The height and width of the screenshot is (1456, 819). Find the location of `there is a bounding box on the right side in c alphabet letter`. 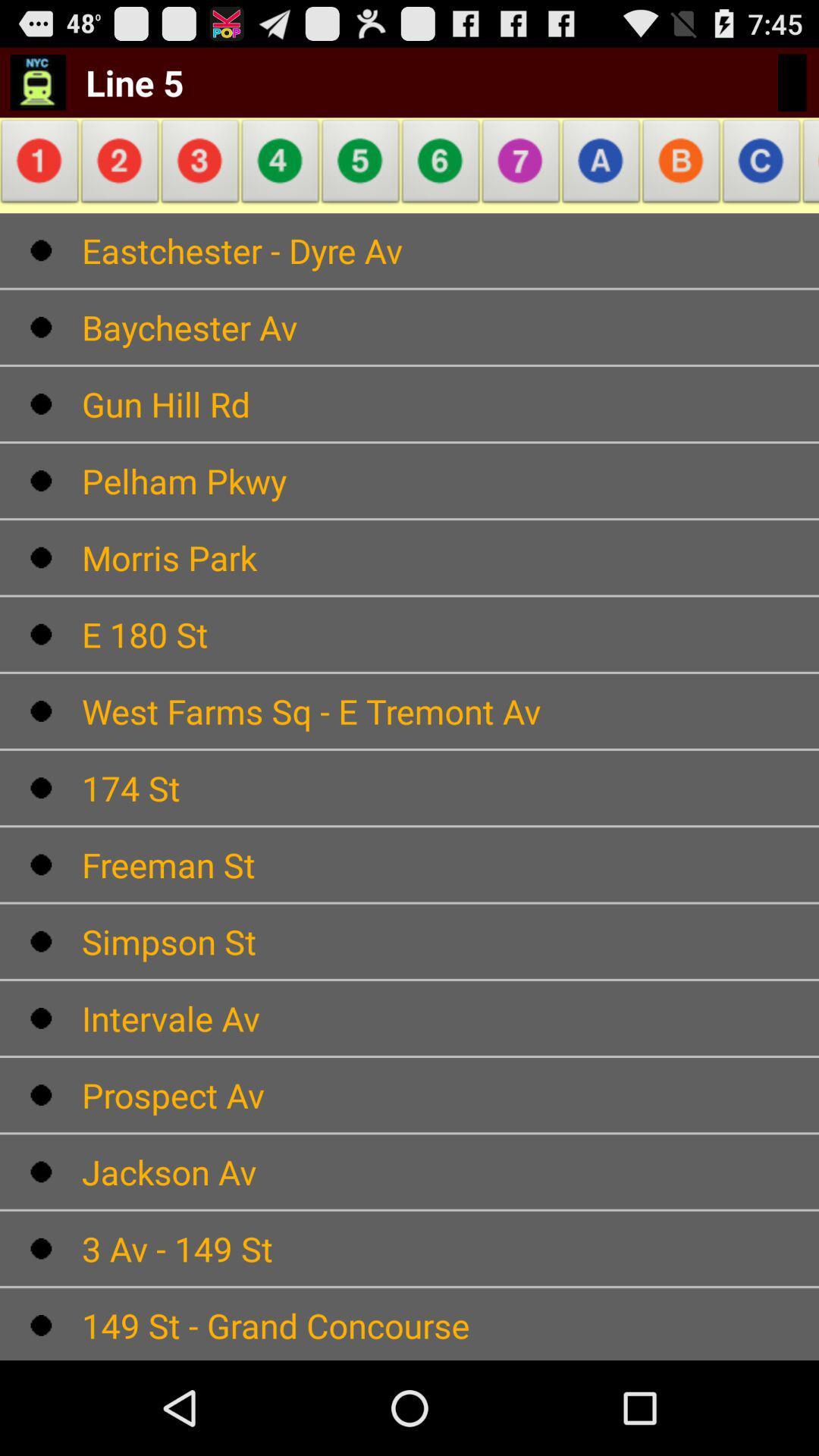

there is a bounding box on the right side in c alphabet letter is located at coordinates (761, 165).